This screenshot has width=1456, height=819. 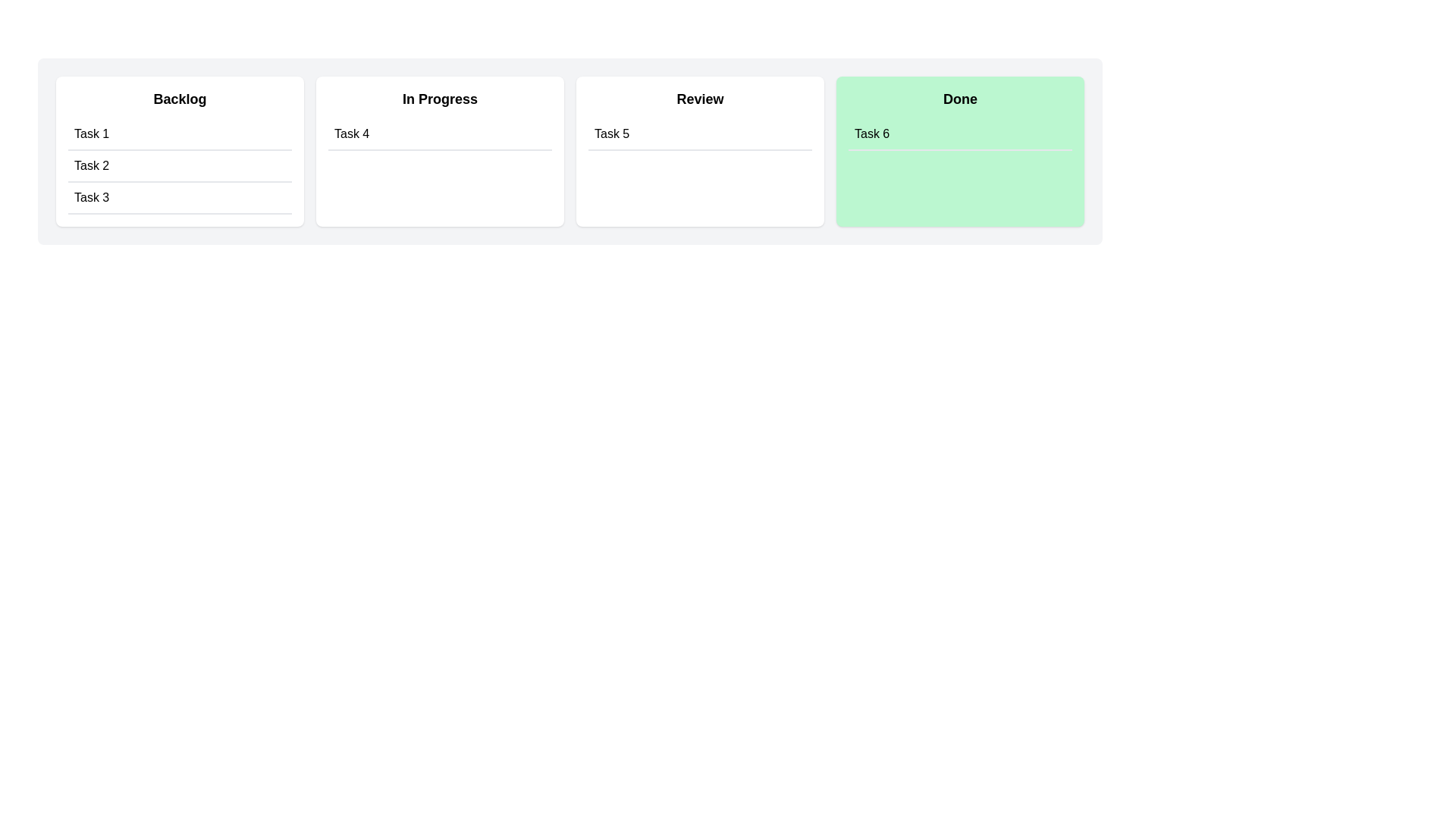 I want to click on the column titled Review to inspect its items, so click(x=699, y=152).